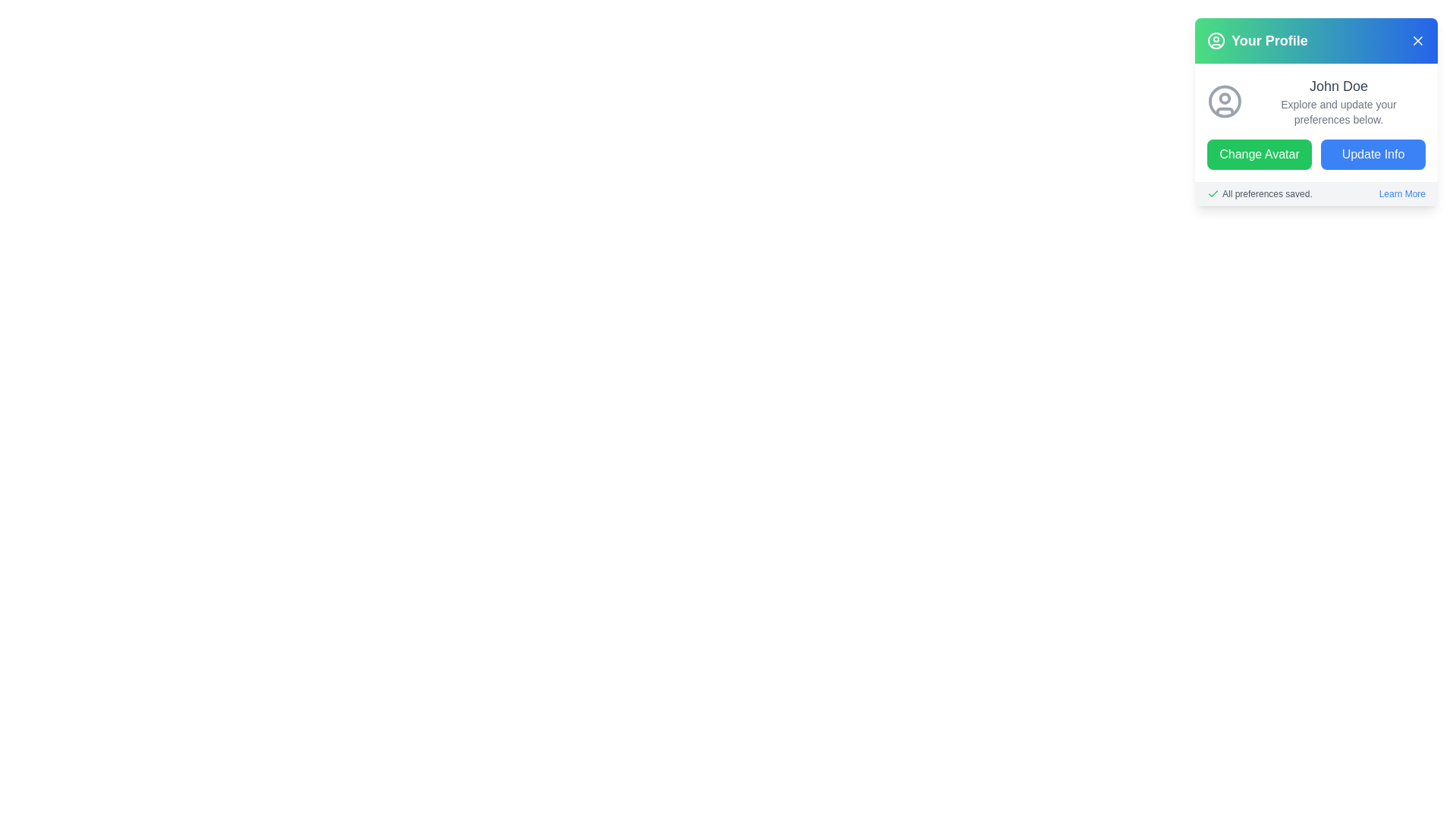 The image size is (1456, 819). What do you see at coordinates (1269, 40) in the screenshot?
I see `text from the header label positioned in the top-left corner of the user profile card, located to the right of the user's profile icon` at bounding box center [1269, 40].